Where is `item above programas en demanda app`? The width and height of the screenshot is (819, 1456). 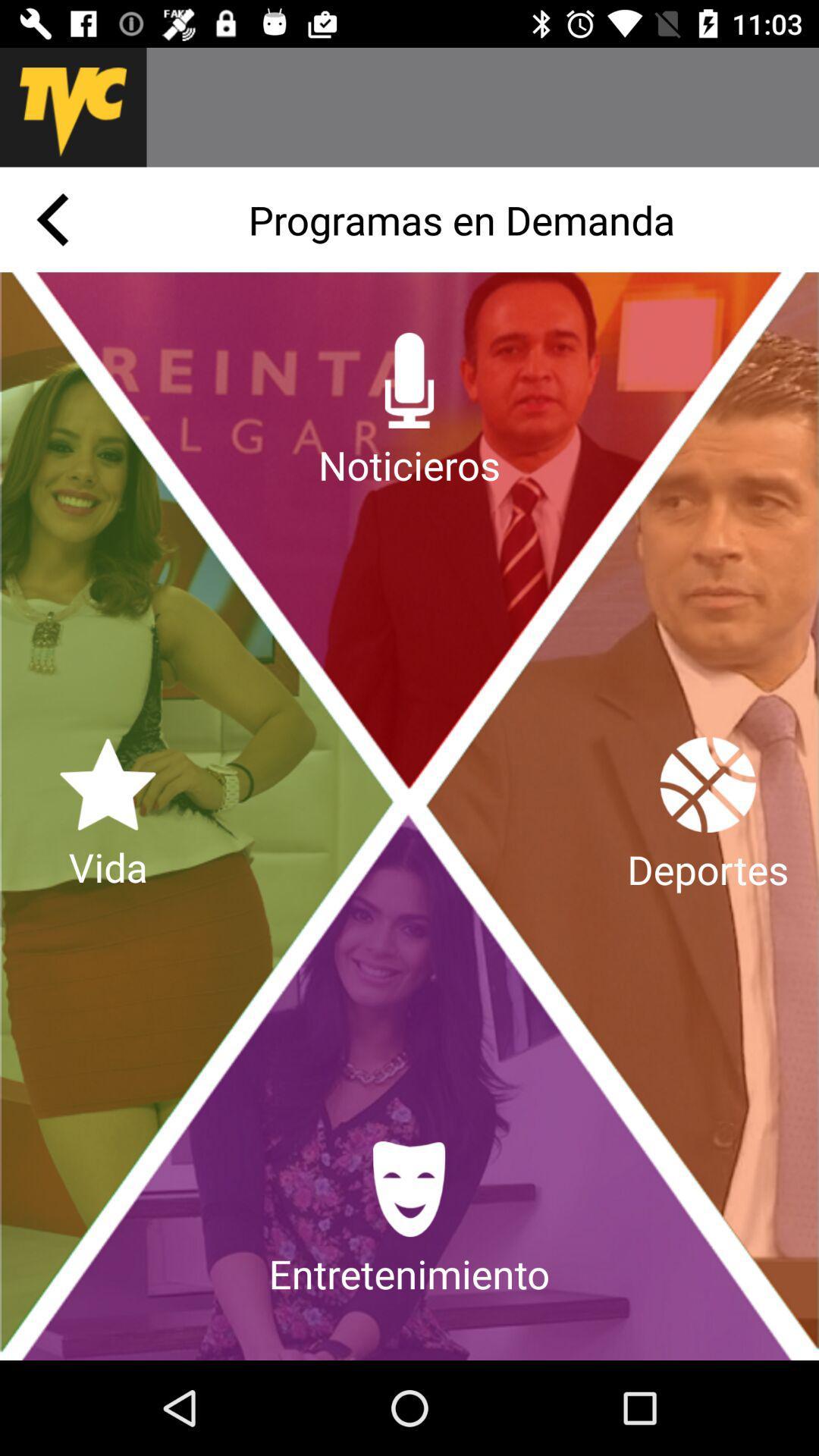
item above programas en demanda app is located at coordinates (482, 106).